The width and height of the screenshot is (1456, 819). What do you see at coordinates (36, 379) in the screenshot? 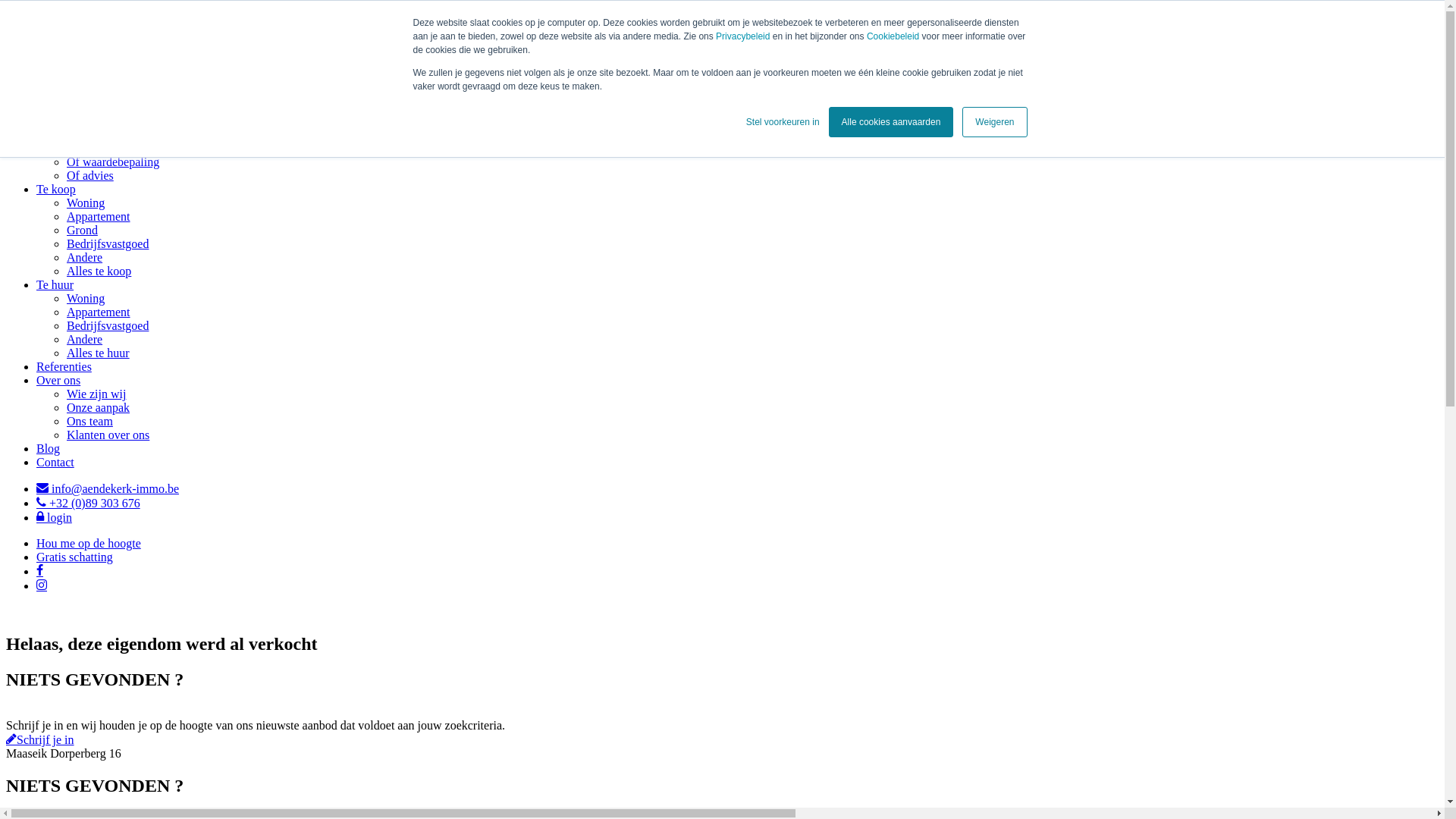
I see `'Over ons'` at bounding box center [36, 379].